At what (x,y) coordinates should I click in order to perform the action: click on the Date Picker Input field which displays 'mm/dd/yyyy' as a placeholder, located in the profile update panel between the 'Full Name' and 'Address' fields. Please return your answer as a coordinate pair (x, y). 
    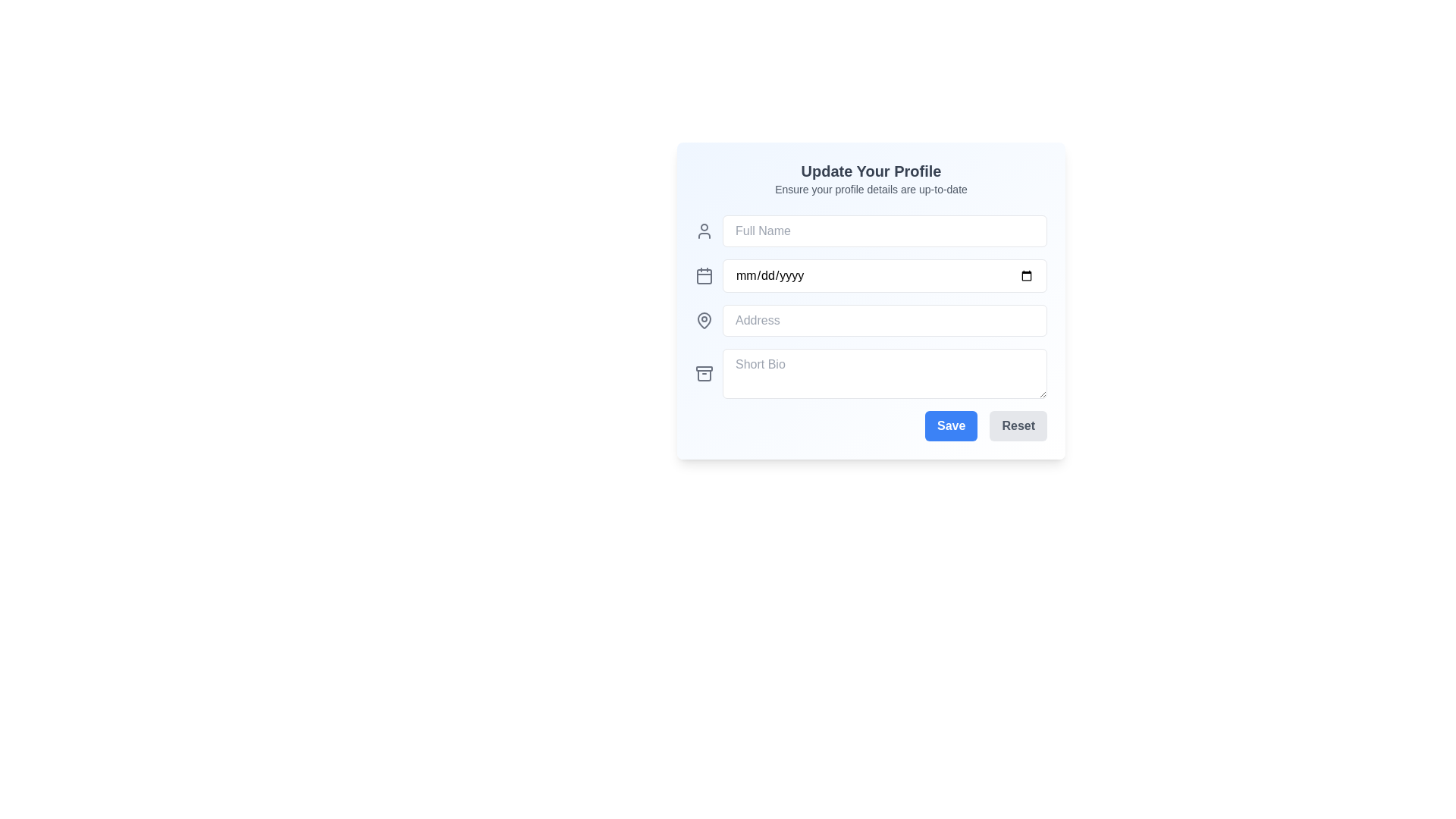
    Looking at the image, I should click on (871, 275).